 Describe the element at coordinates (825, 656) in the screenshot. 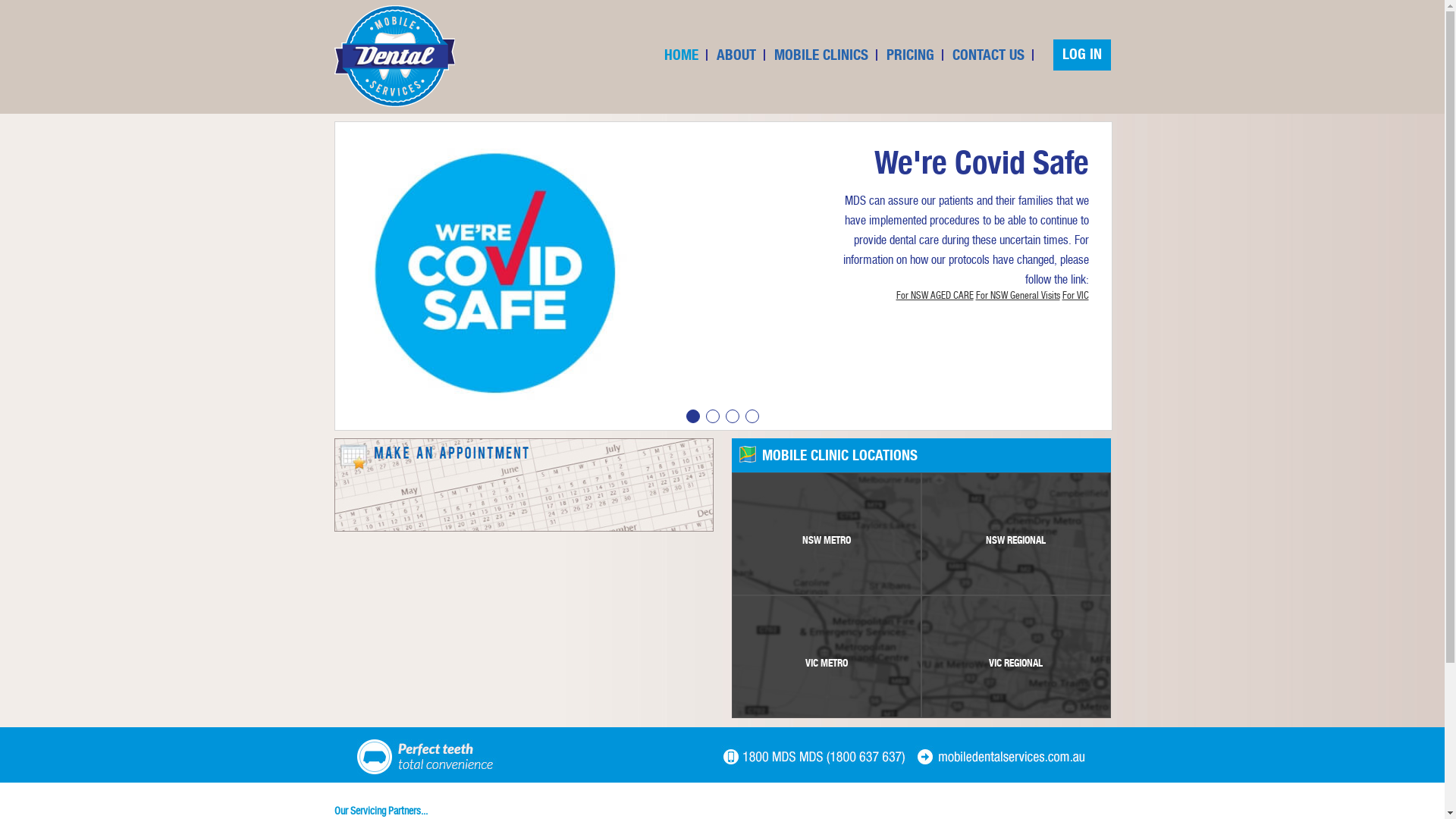

I see `'VIC METRO'` at that location.